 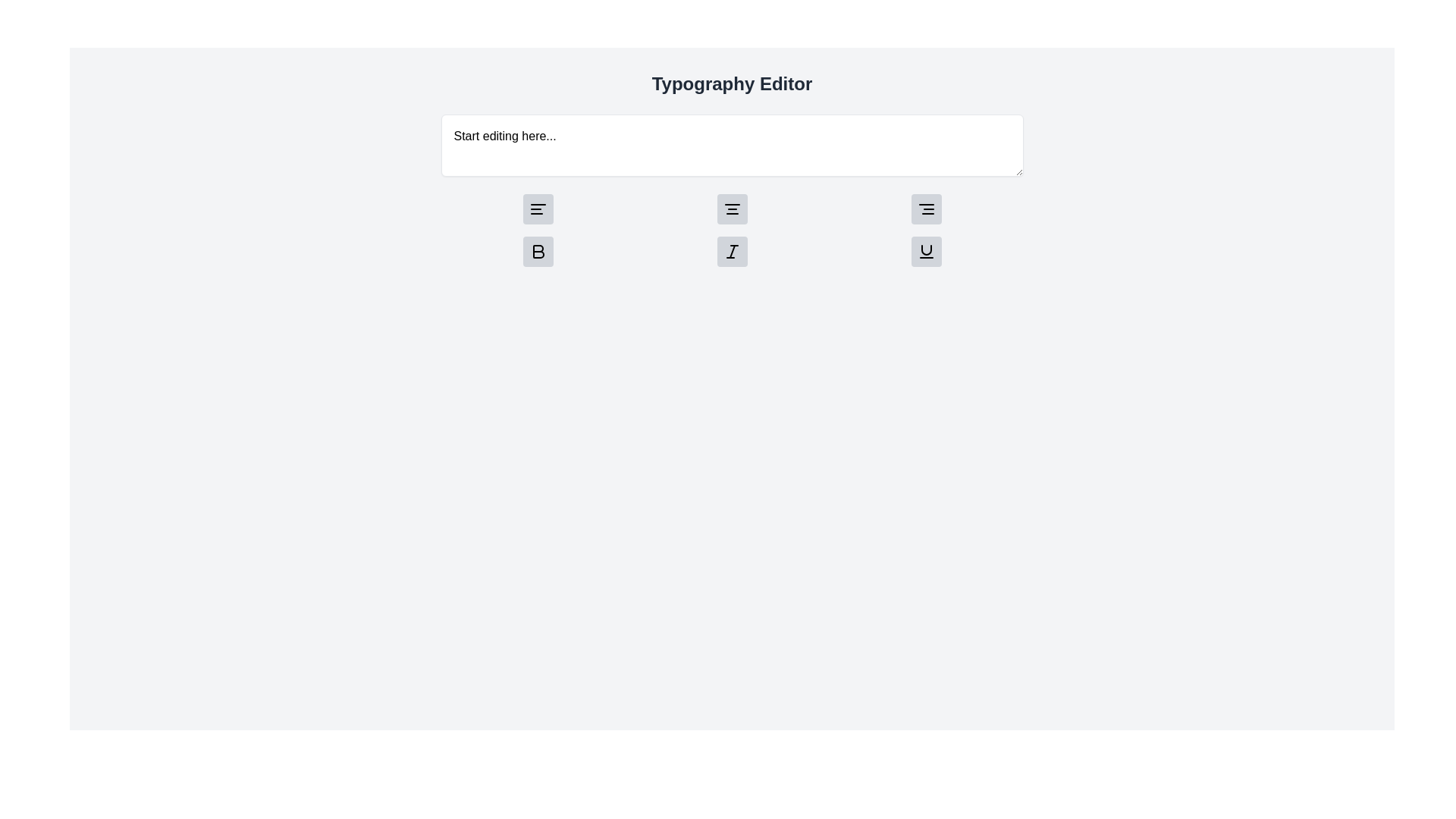 What do you see at coordinates (732, 250) in the screenshot?
I see `keyboard navigation` at bounding box center [732, 250].